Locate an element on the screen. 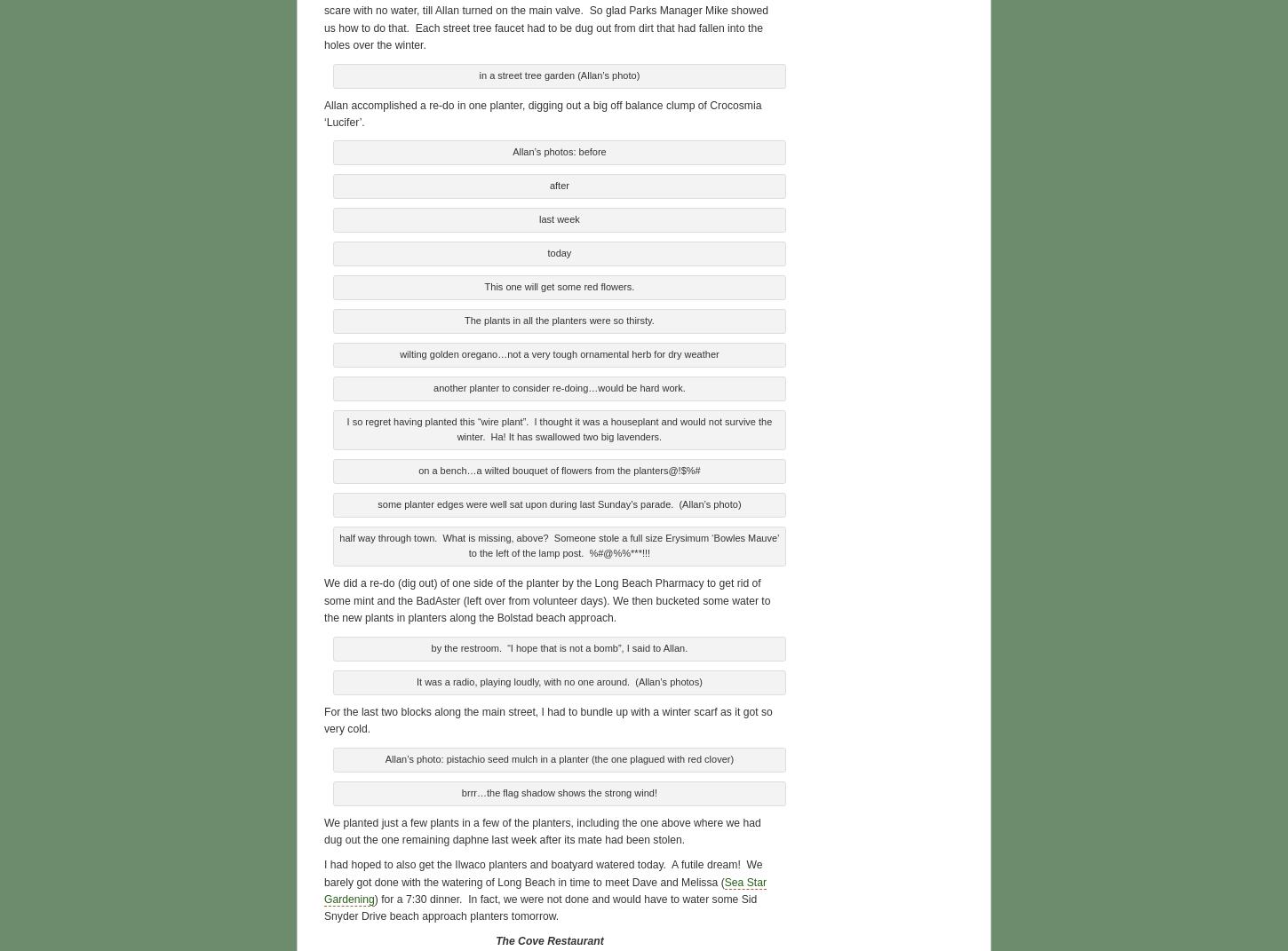  'For the last two blocks along the main street, I had to bundle up with a winter scarf as it got so very cold.' is located at coordinates (546, 717).